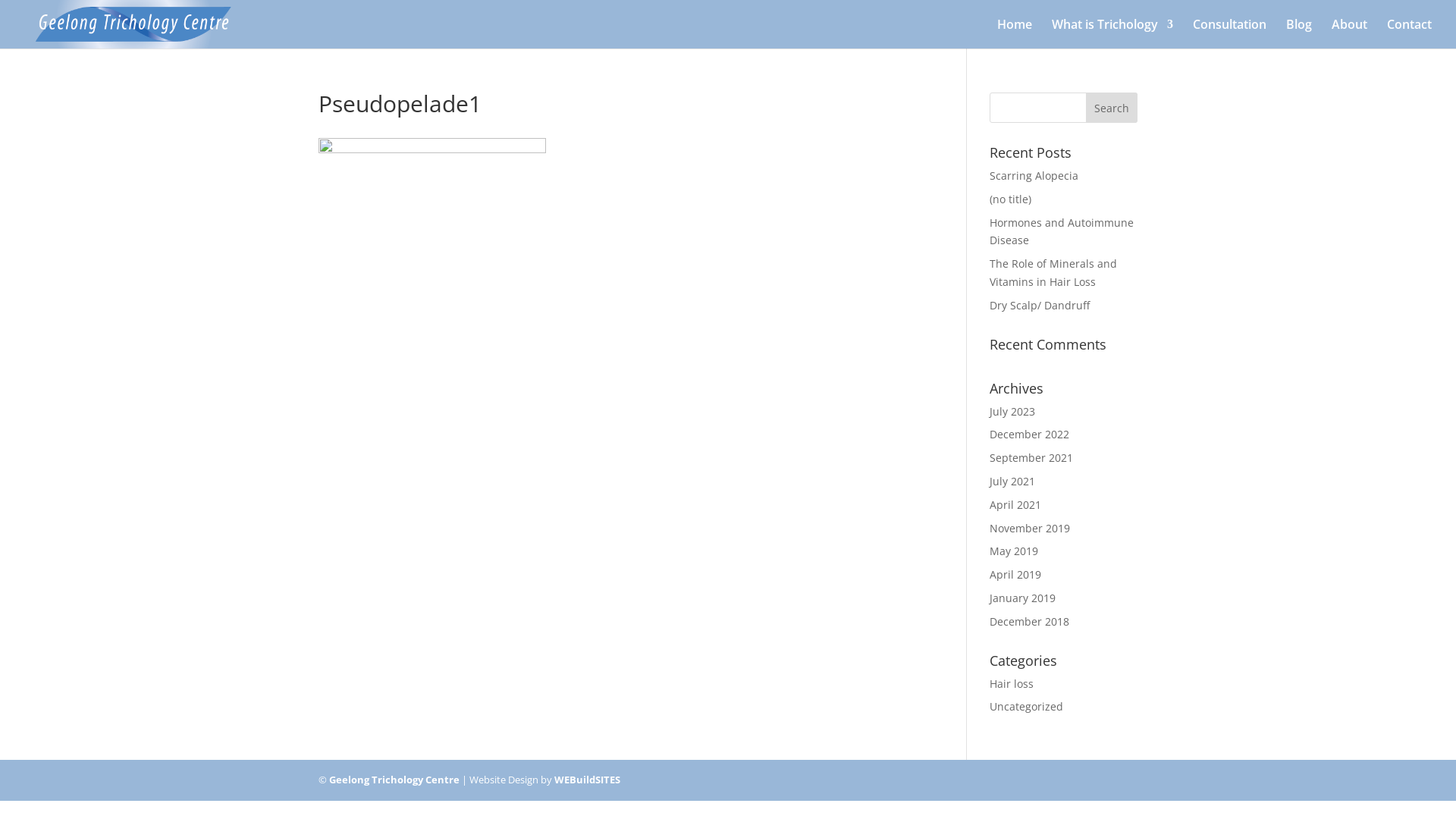 The width and height of the screenshot is (1456, 819). Describe the element at coordinates (1026, 706) in the screenshot. I see `'Uncategorized'` at that location.